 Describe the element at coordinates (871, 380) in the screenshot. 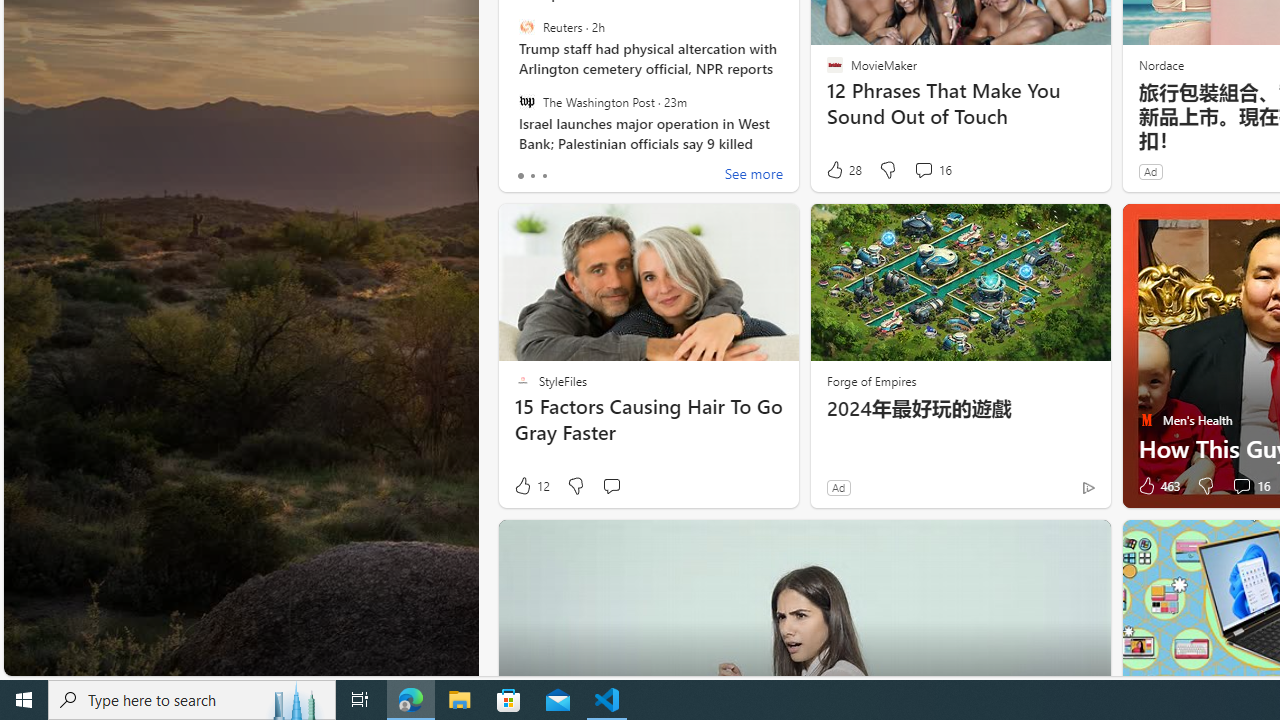

I see `'Forge of Empires'` at that location.